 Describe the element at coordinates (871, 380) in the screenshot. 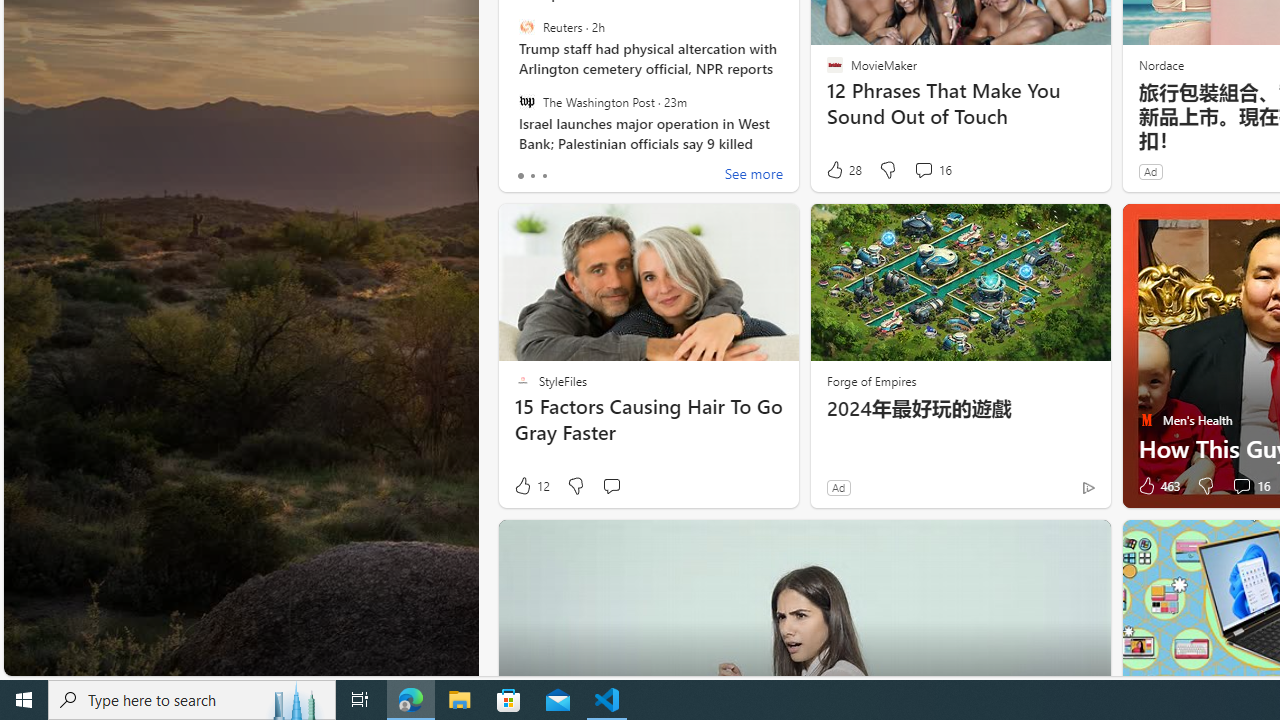

I see `'Forge of Empires'` at that location.